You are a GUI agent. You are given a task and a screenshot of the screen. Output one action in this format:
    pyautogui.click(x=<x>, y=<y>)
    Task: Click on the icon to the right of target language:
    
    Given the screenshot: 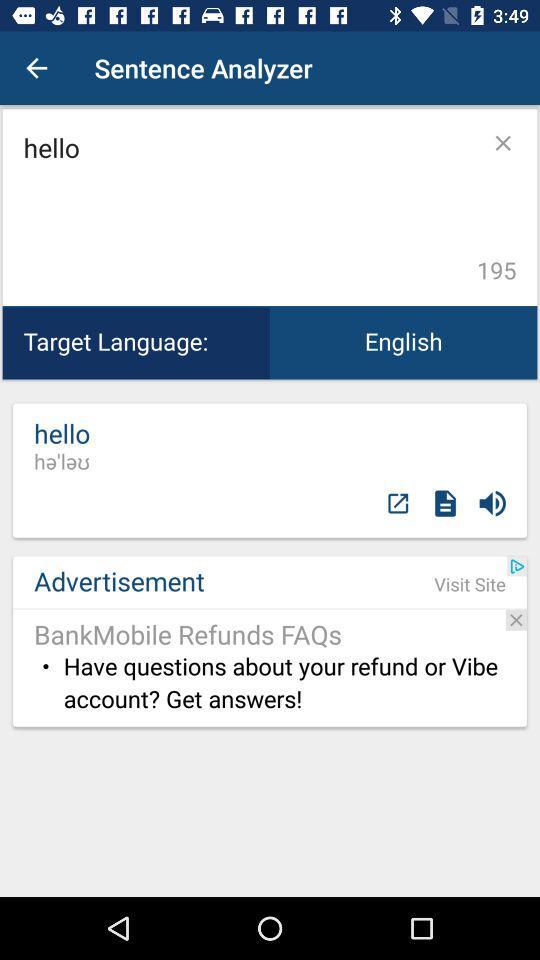 What is the action you would take?
    pyautogui.click(x=403, y=342)
    